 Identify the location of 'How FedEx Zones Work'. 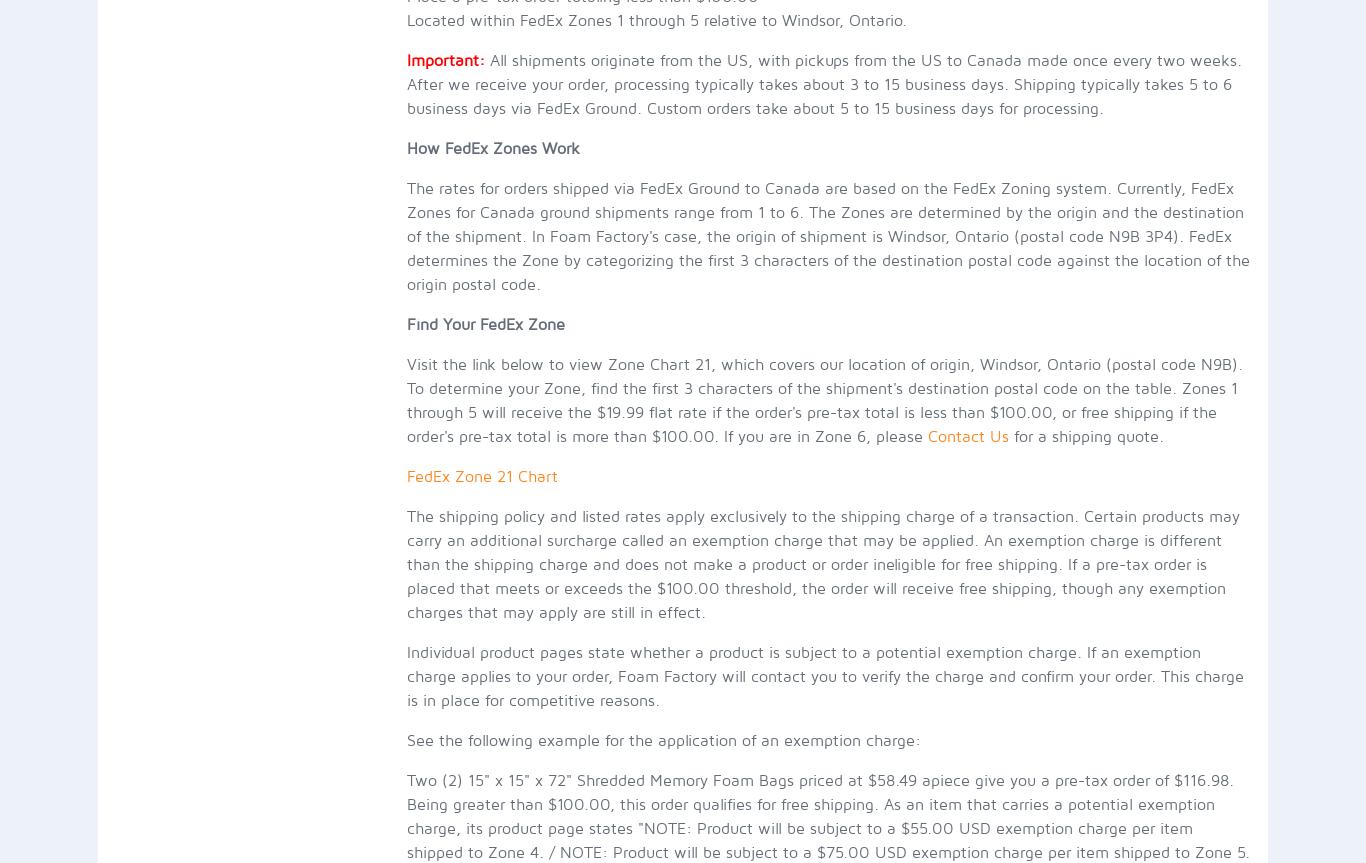
(492, 147).